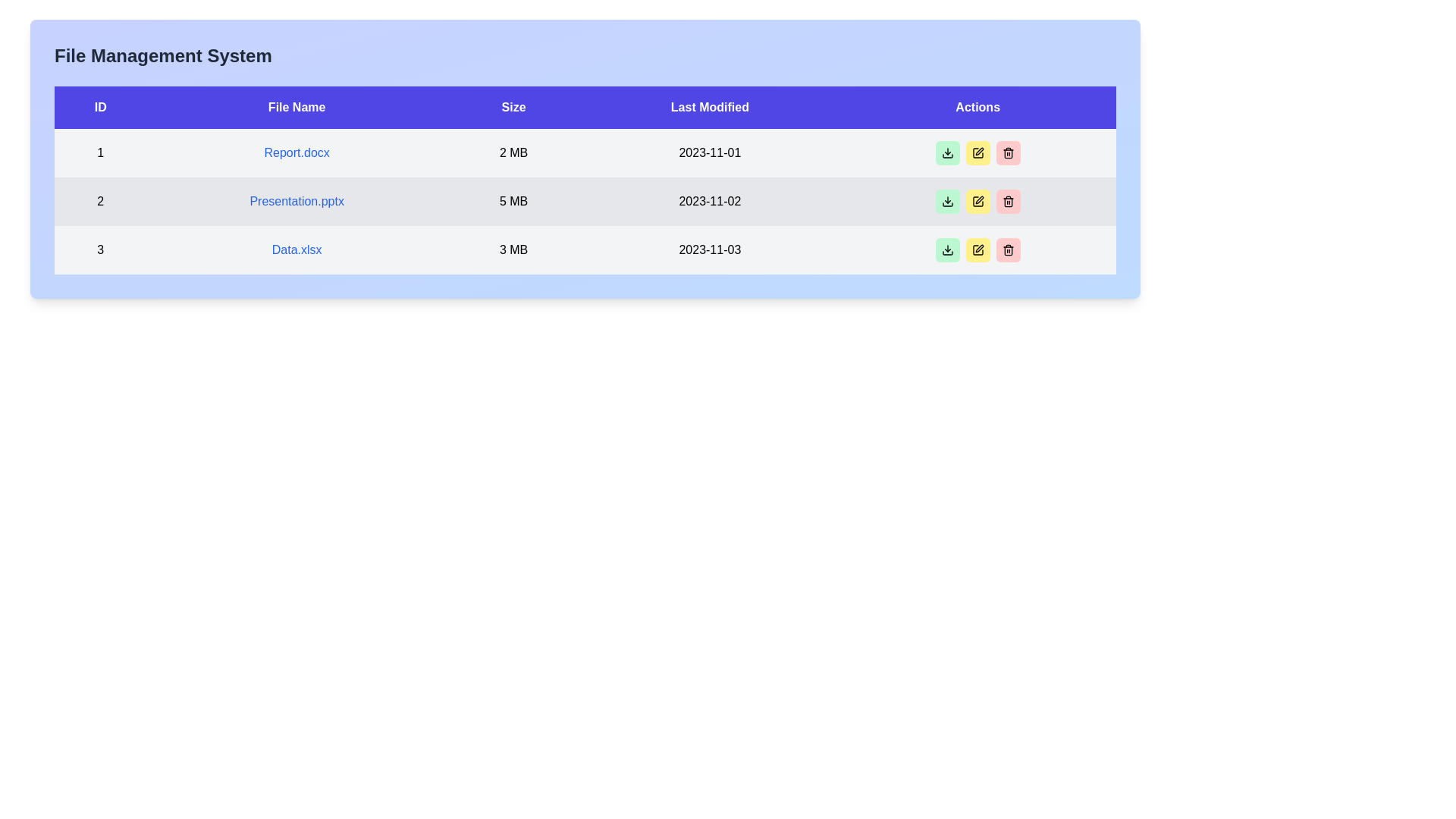 This screenshot has width=1456, height=819. I want to click on the 'Last Modified' date display in the third row of the file information table, so click(709, 249).